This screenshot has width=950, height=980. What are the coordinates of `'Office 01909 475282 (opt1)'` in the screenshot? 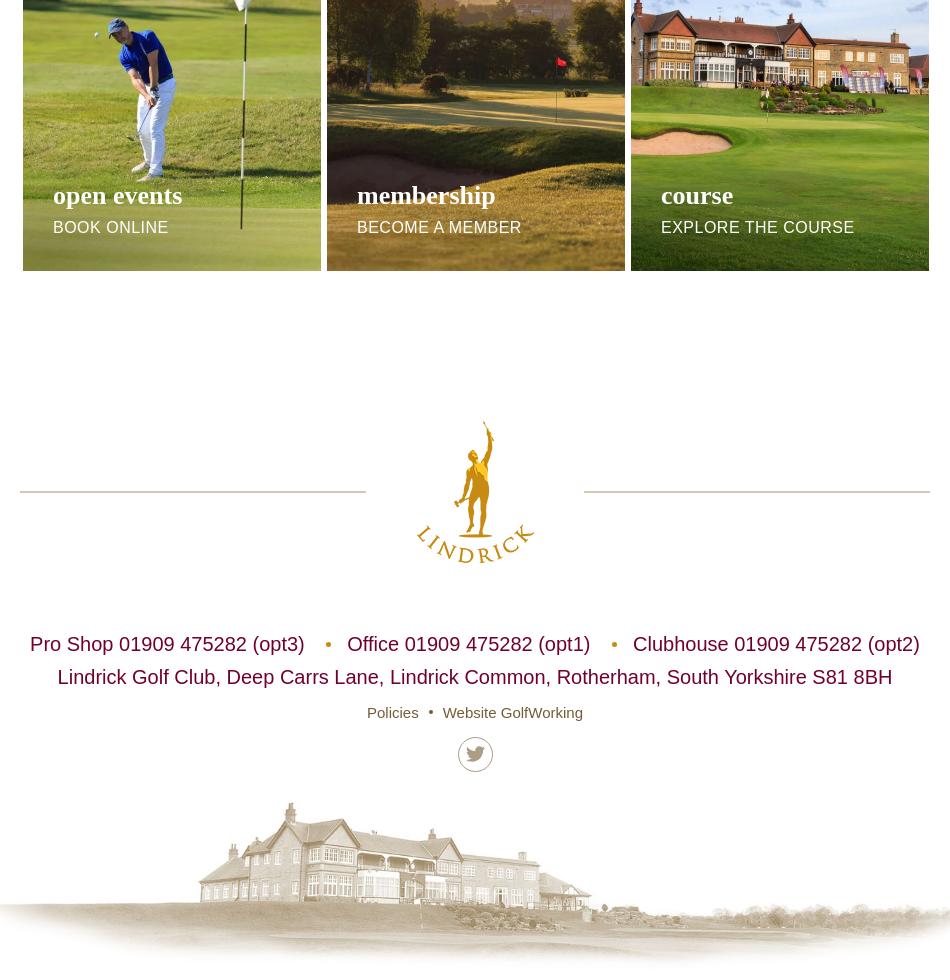 It's located at (470, 642).